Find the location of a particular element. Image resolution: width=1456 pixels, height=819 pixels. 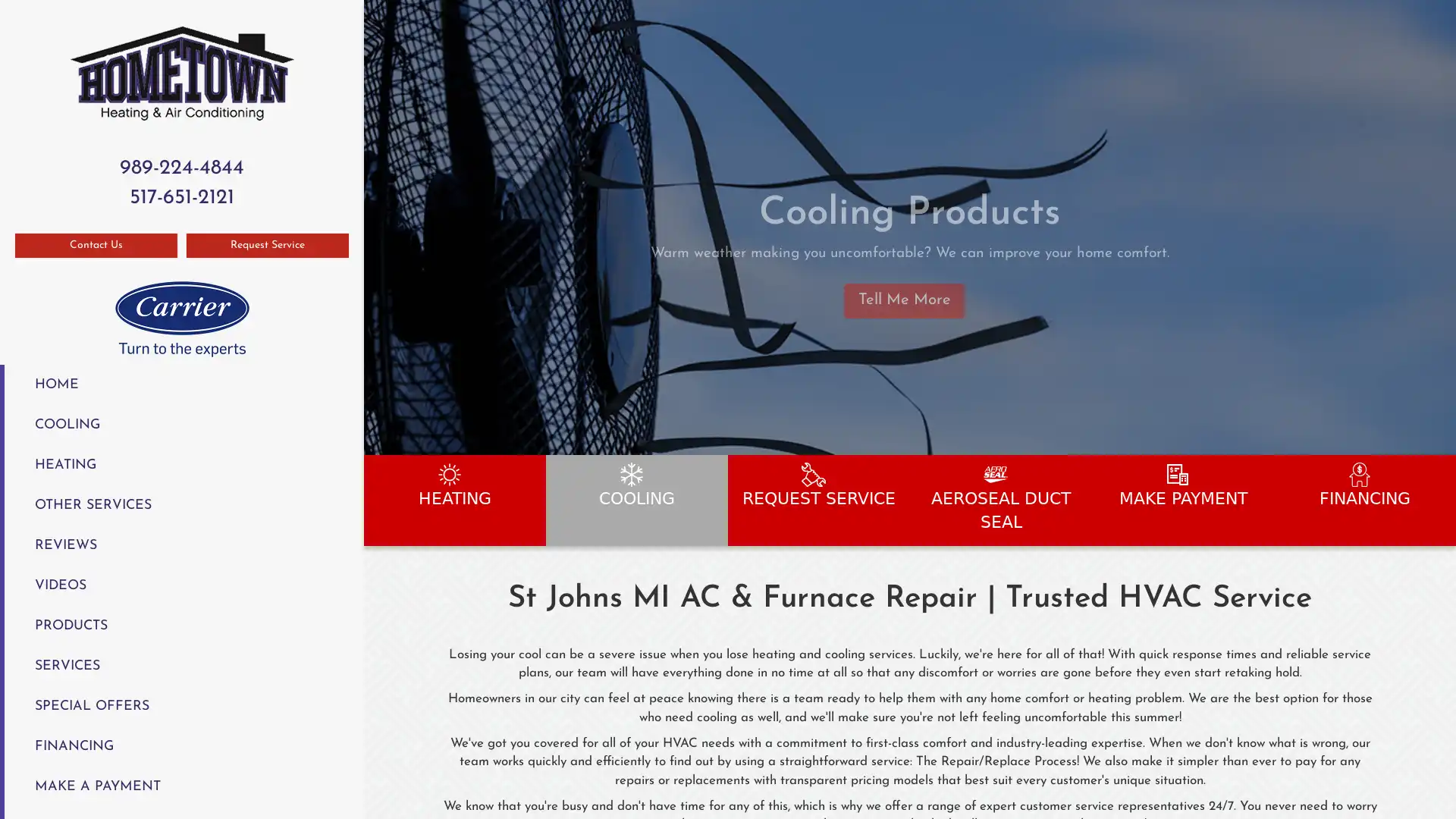

Contact Us is located at coordinates (95, 244).